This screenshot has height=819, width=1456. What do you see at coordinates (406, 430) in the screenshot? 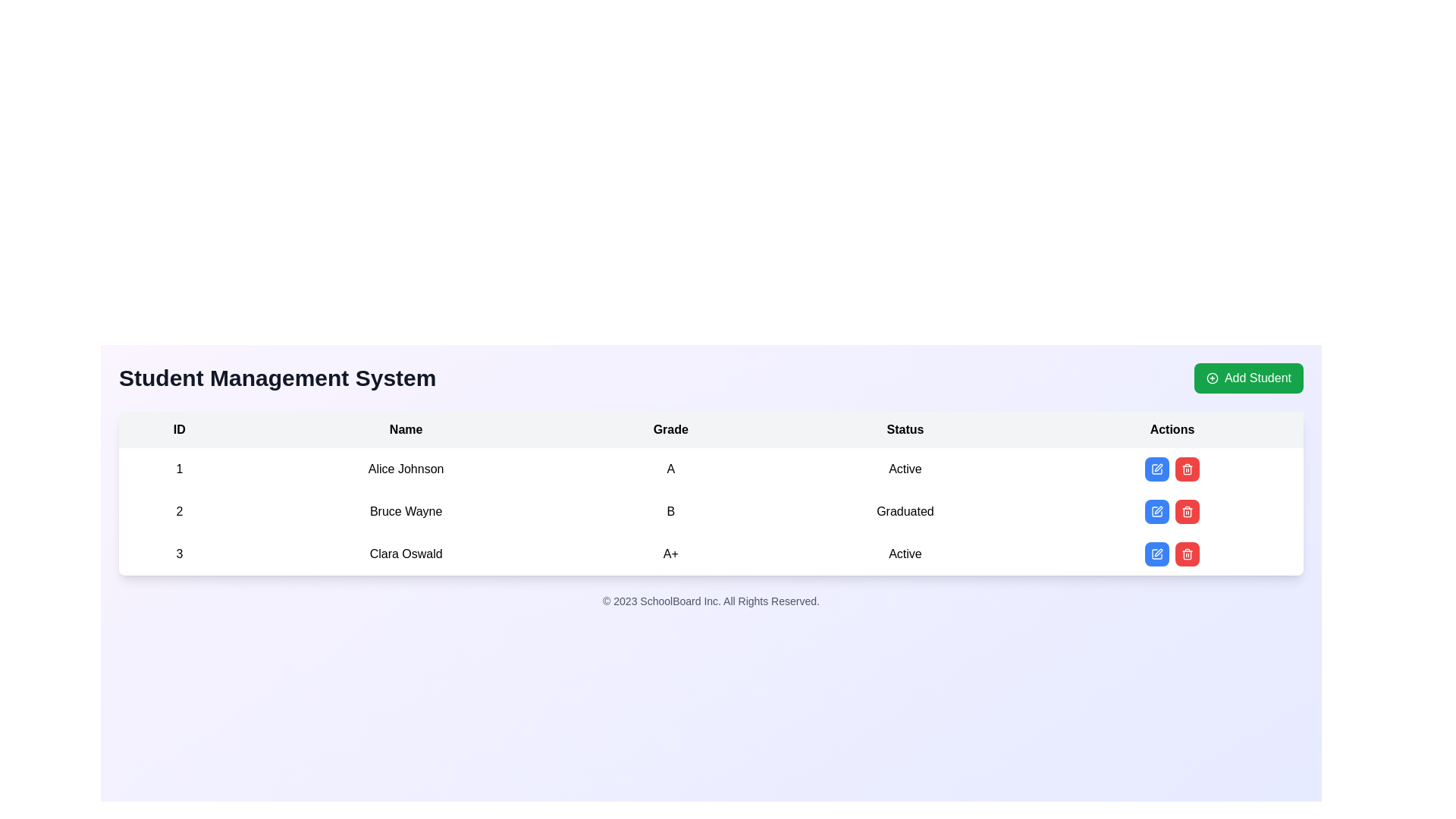
I see `the 'Name' text label in the table header, which is bold and centrally aligned above the student names column` at bounding box center [406, 430].